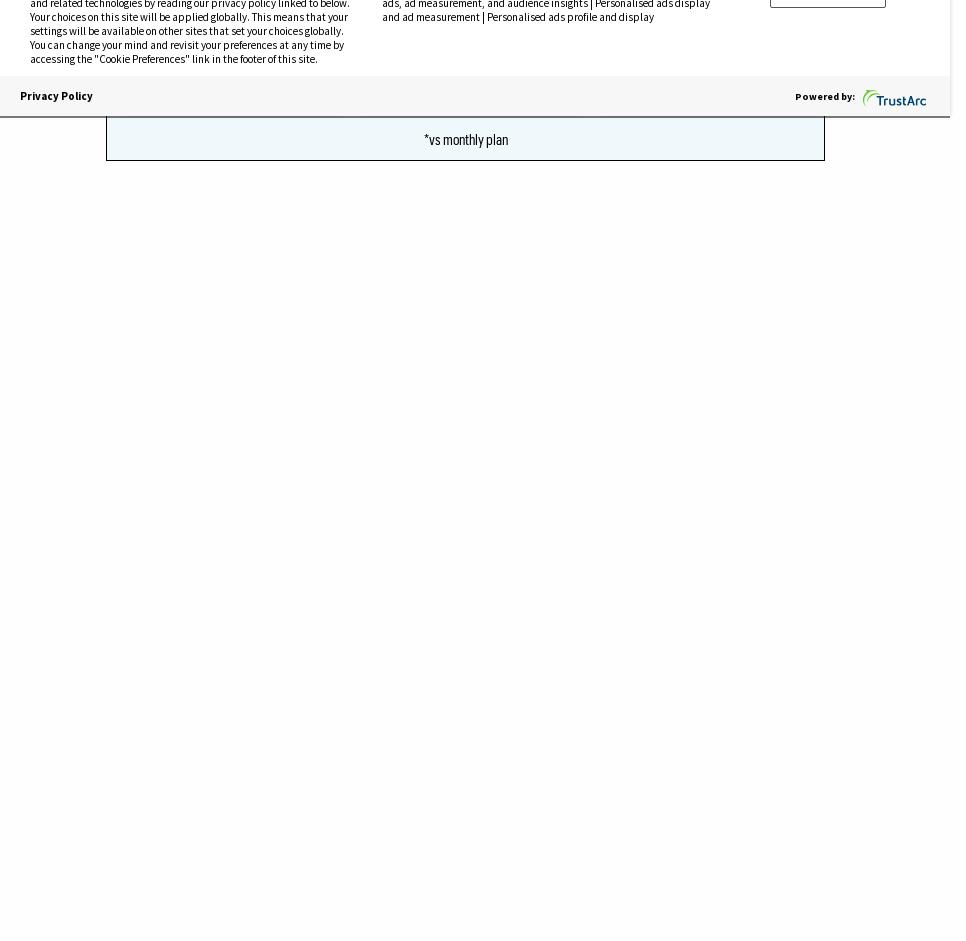 The width and height of the screenshot is (966, 941). I want to click on 'NPR reports.', so click(525, 218).